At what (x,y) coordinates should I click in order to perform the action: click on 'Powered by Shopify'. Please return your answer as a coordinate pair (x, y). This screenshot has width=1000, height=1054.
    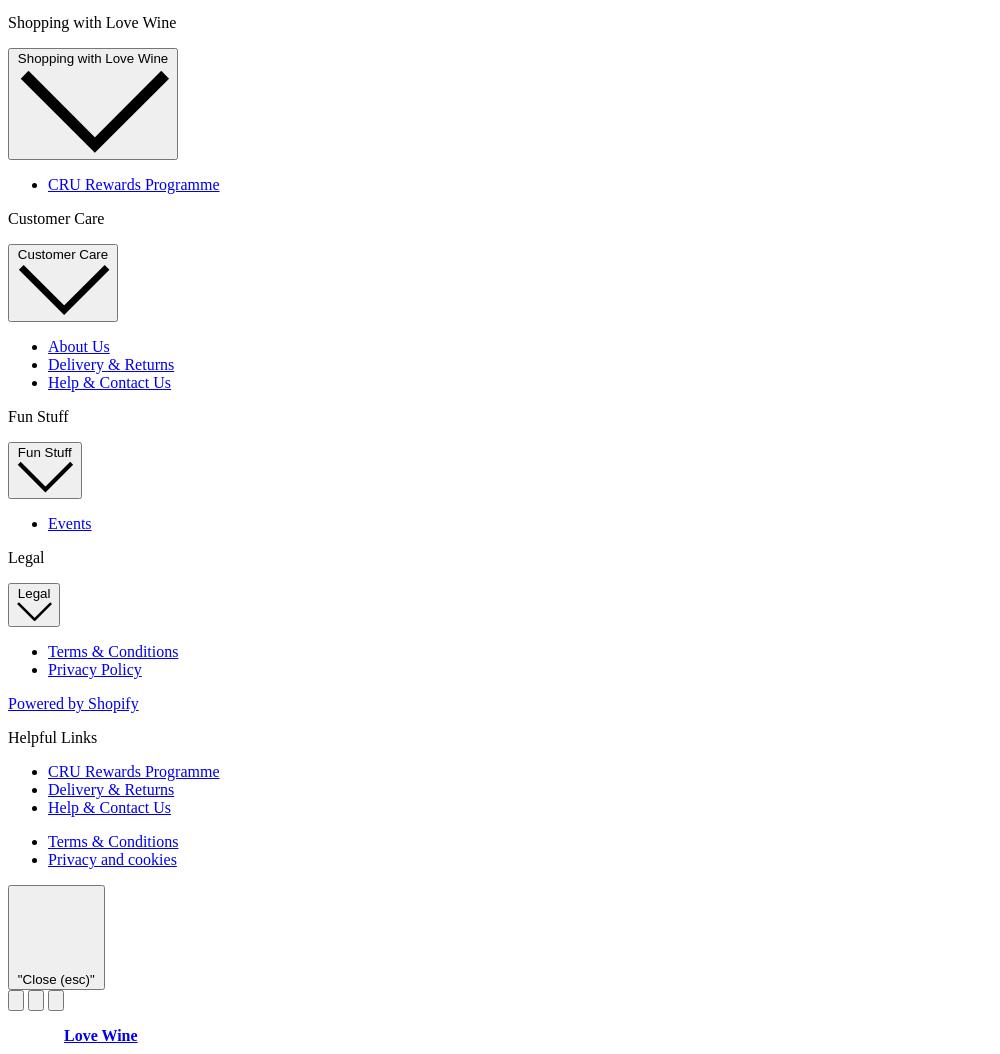
    Looking at the image, I should click on (72, 702).